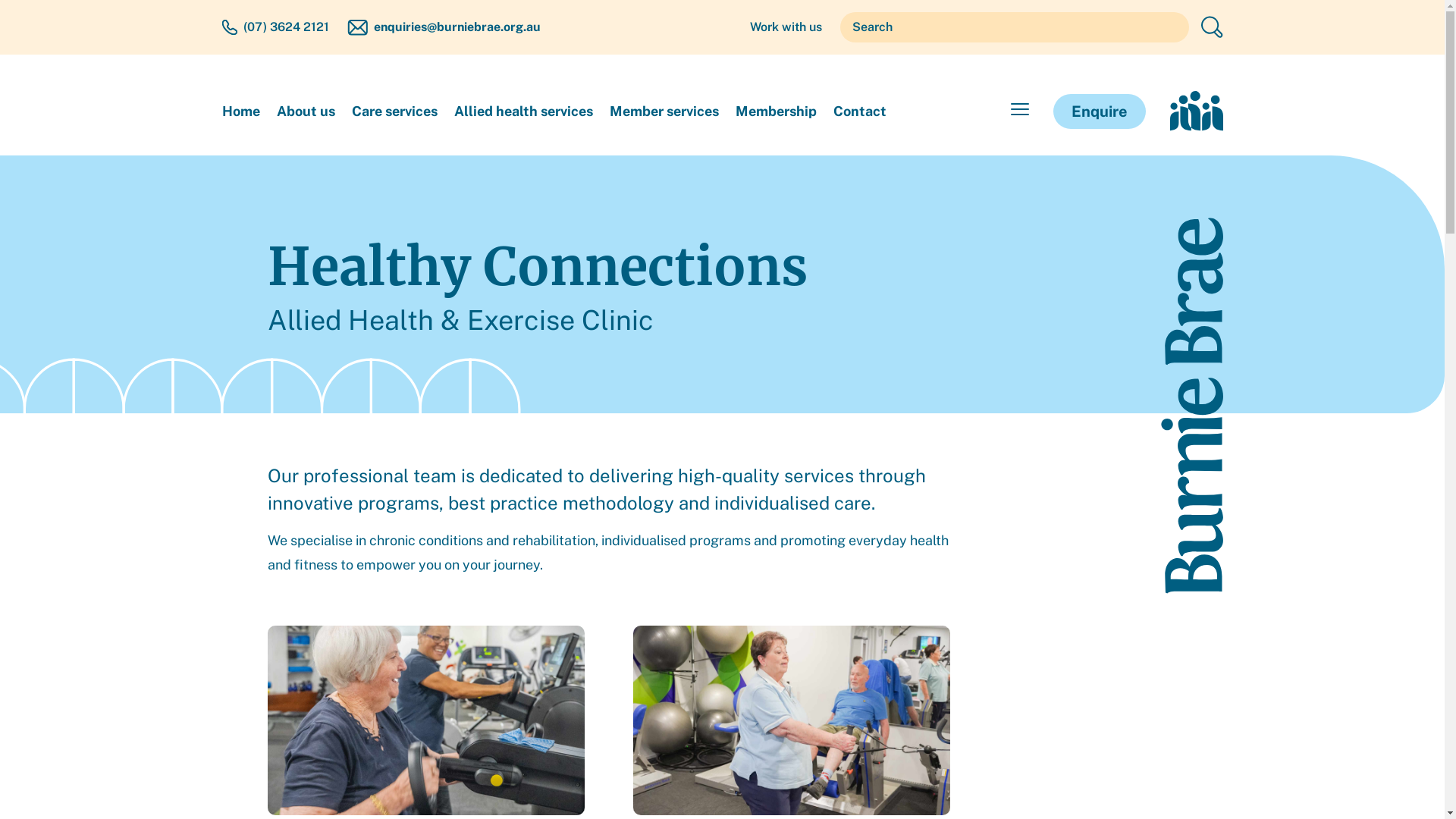 The height and width of the screenshot is (819, 1456). Describe the element at coordinates (394, 110) in the screenshot. I see `'Care services'` at that location.